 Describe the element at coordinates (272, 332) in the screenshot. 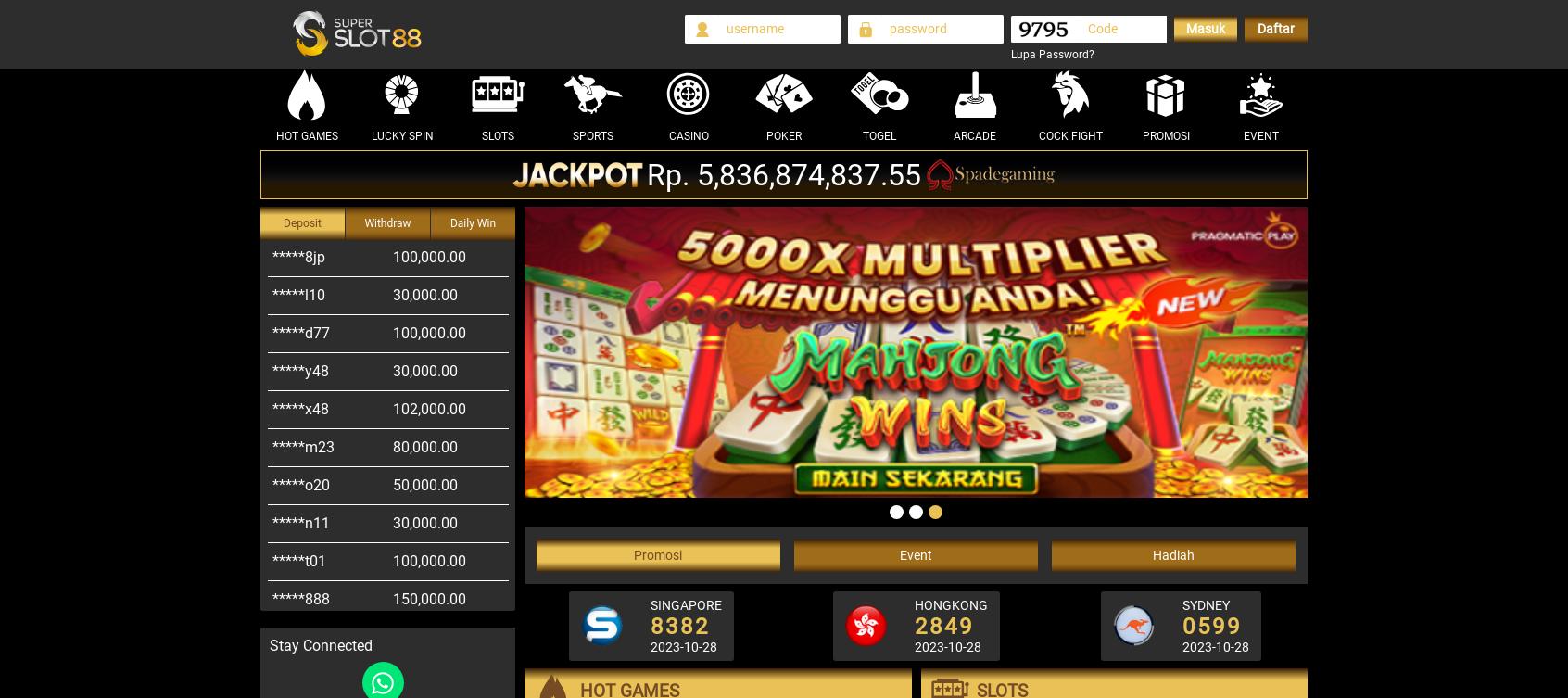

I see `'*****y48'` at that location.